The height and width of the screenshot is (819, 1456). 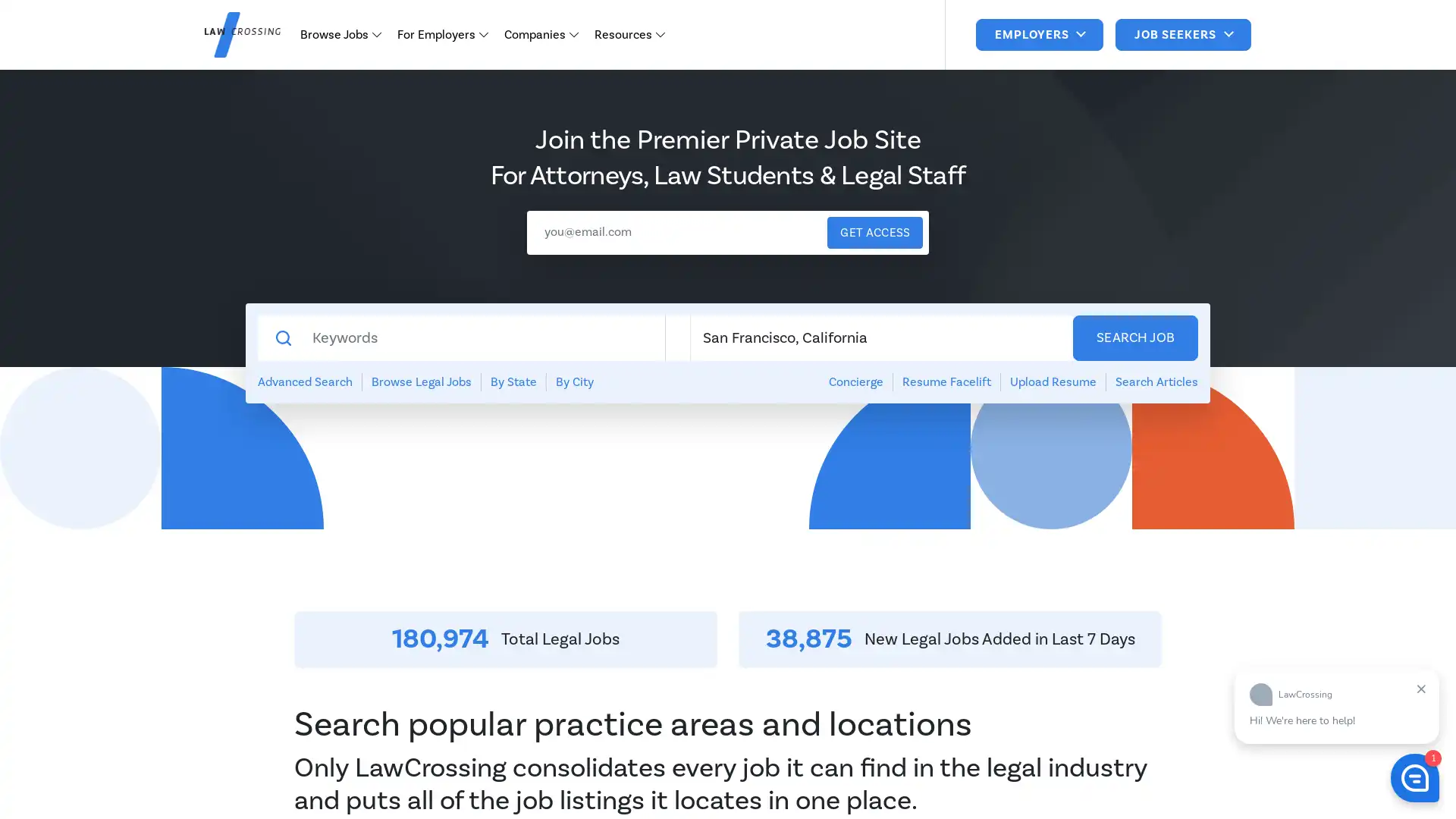 What do you see at coordinates (1420, 687) in the screenshot?
I see `Close Chat` at bounding box center [1420, 687].